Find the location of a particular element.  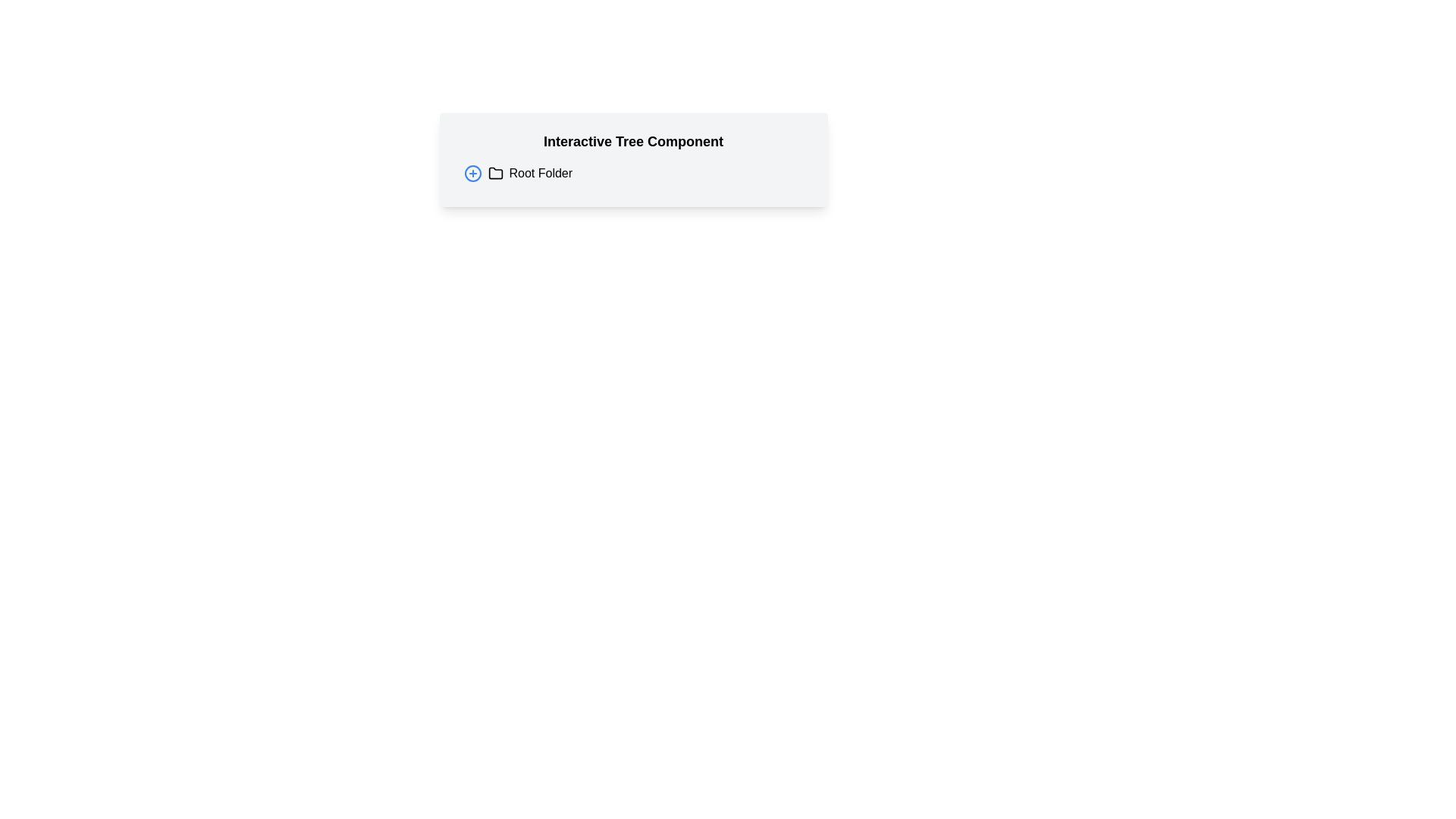

the folder icon representing the 'Root Folder' in the tree component is located at coordinates (495, 172).